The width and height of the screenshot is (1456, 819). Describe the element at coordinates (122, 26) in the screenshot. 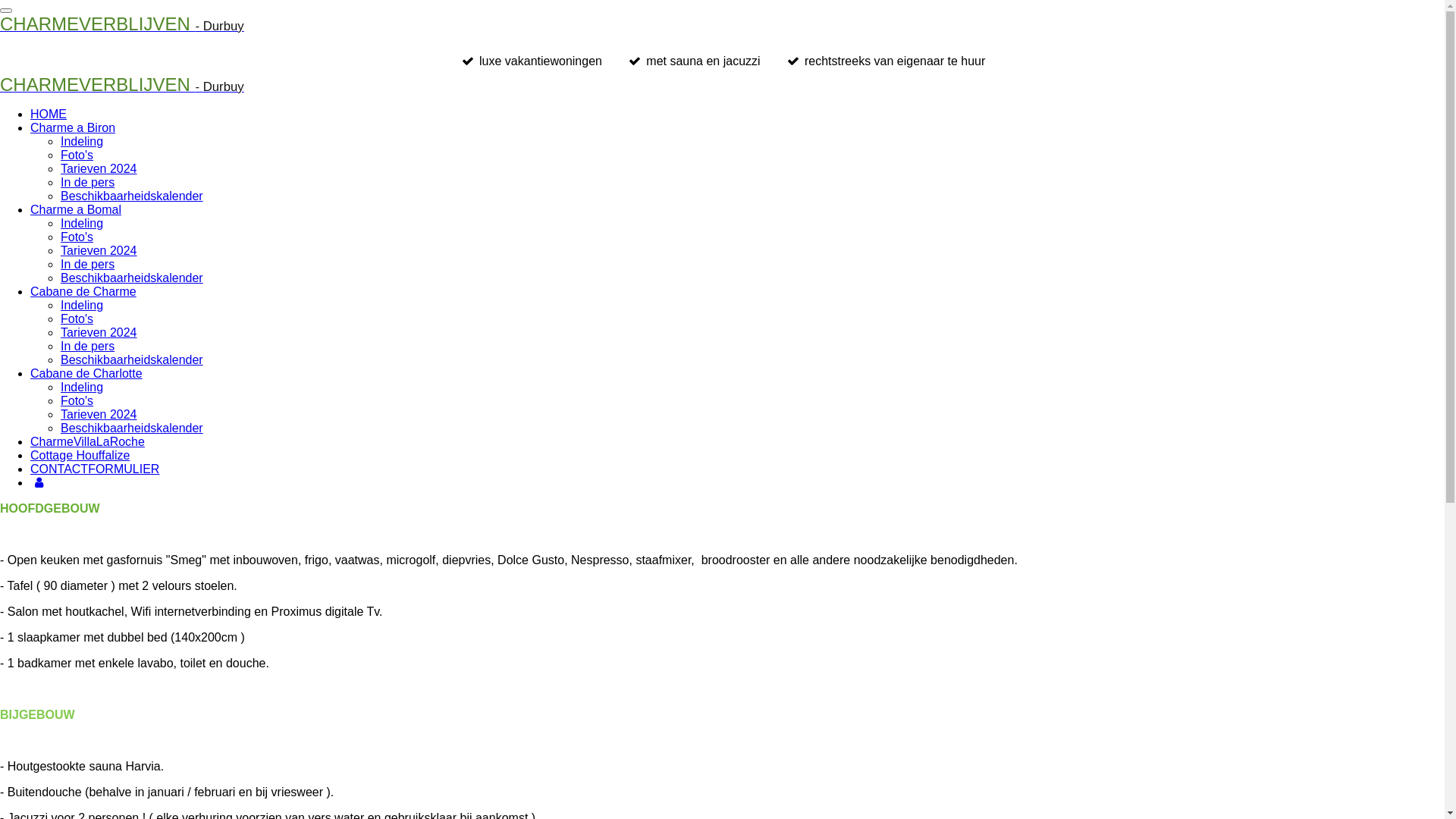

I see `'CHARMEVERBLIJVEN - Durbuy'` at that location.